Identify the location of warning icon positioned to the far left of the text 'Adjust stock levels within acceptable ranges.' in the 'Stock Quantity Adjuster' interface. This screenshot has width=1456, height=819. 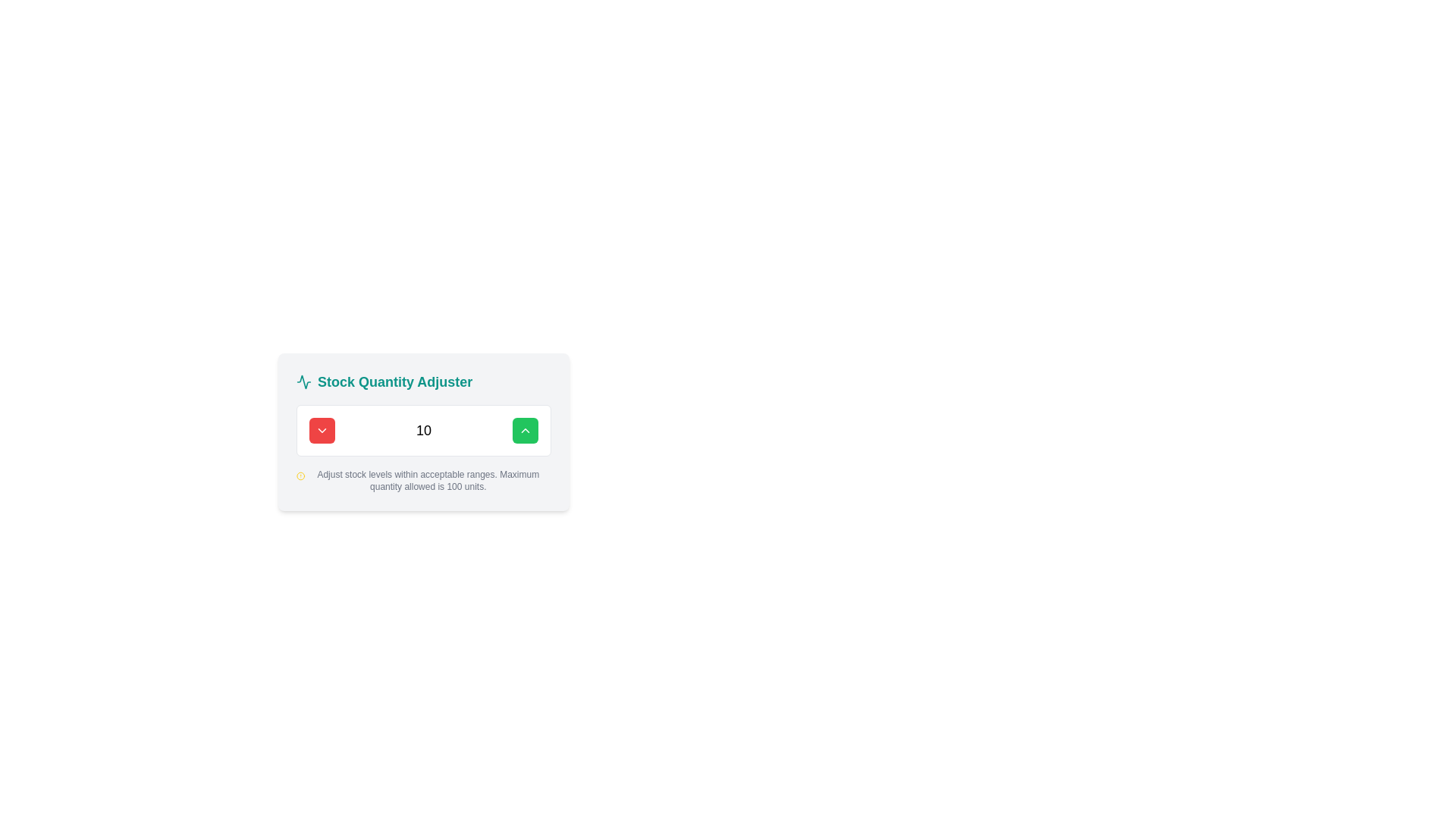
(300, 475).